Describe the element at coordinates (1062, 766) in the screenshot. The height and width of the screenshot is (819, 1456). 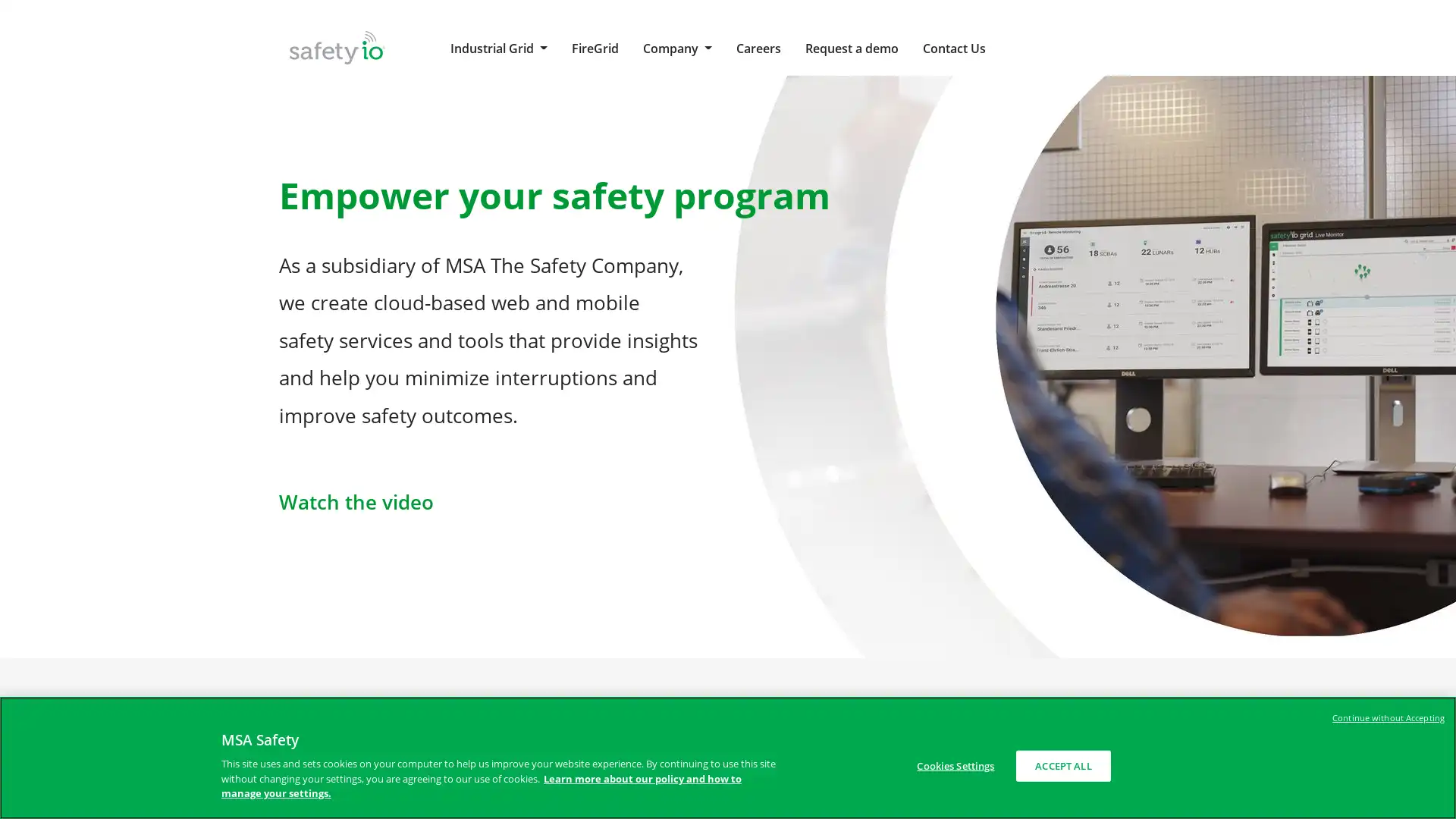
I see `ACCEPT ALL` at that location.